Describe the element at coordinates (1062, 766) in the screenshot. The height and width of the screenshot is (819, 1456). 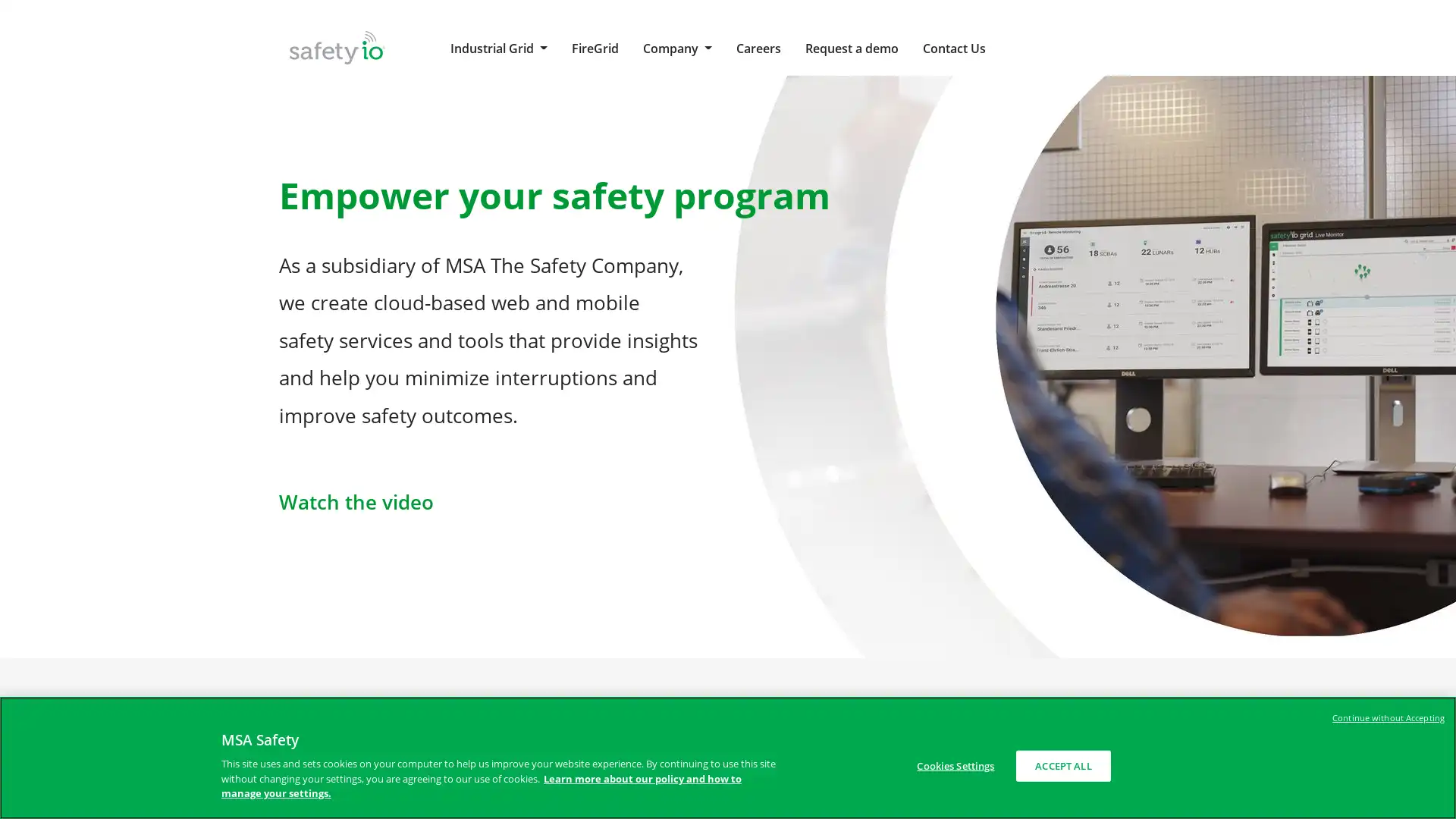
I see `ACCEPT ALL` at that location.